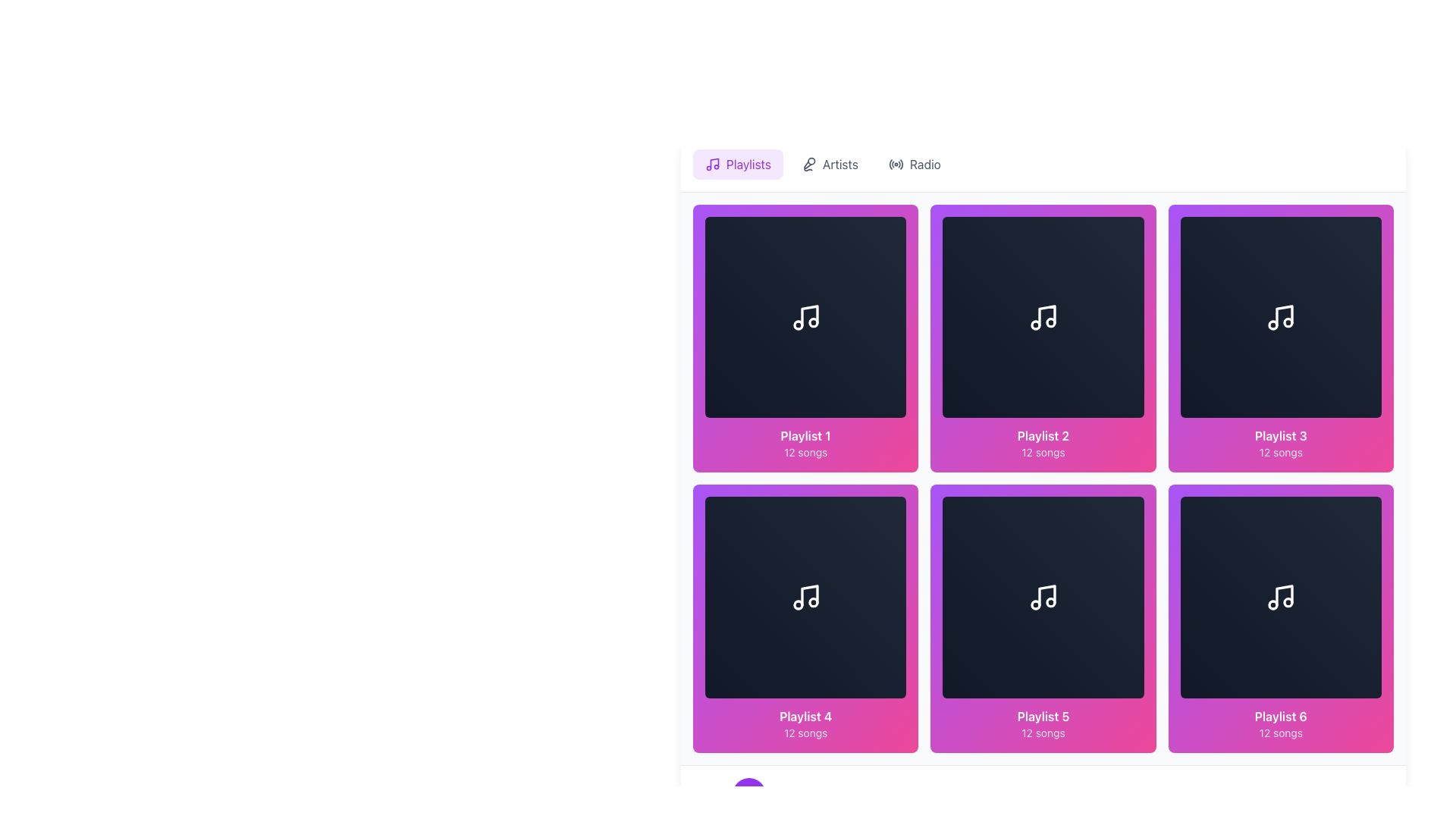  Describe the element at coordinates (805, 436) in the screenshot. I see `the text label displaying 'Playlist 1' which is located at the bottom center of the card with a pink and purple gradient background` at that location.